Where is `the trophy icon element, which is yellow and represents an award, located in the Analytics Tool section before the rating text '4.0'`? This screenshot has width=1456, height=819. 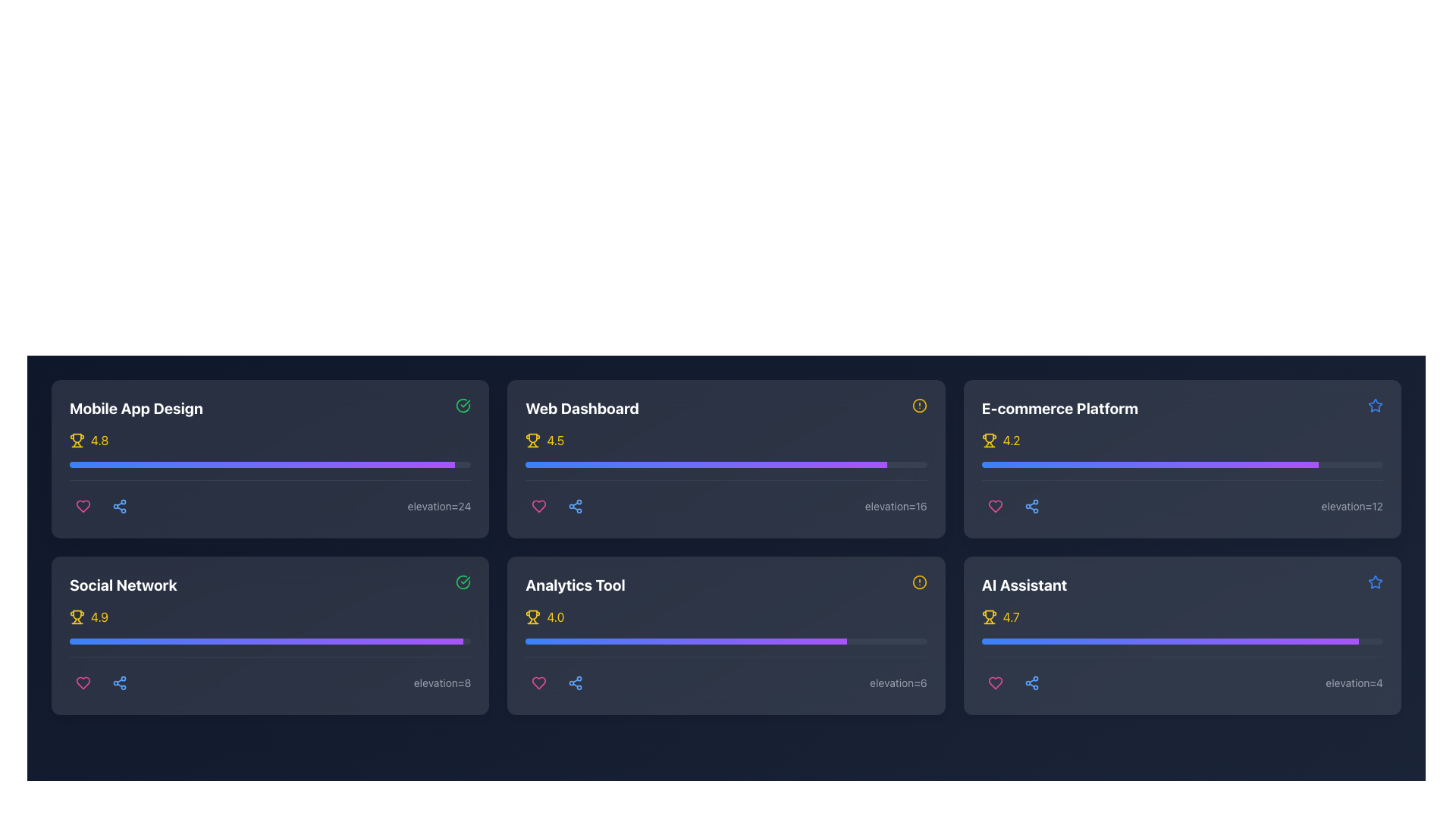 the trophy icon element, which is yellow and represents an award, located in the Analytics Tool section before the rating text '4.0' is located at coordinates (533, 617).